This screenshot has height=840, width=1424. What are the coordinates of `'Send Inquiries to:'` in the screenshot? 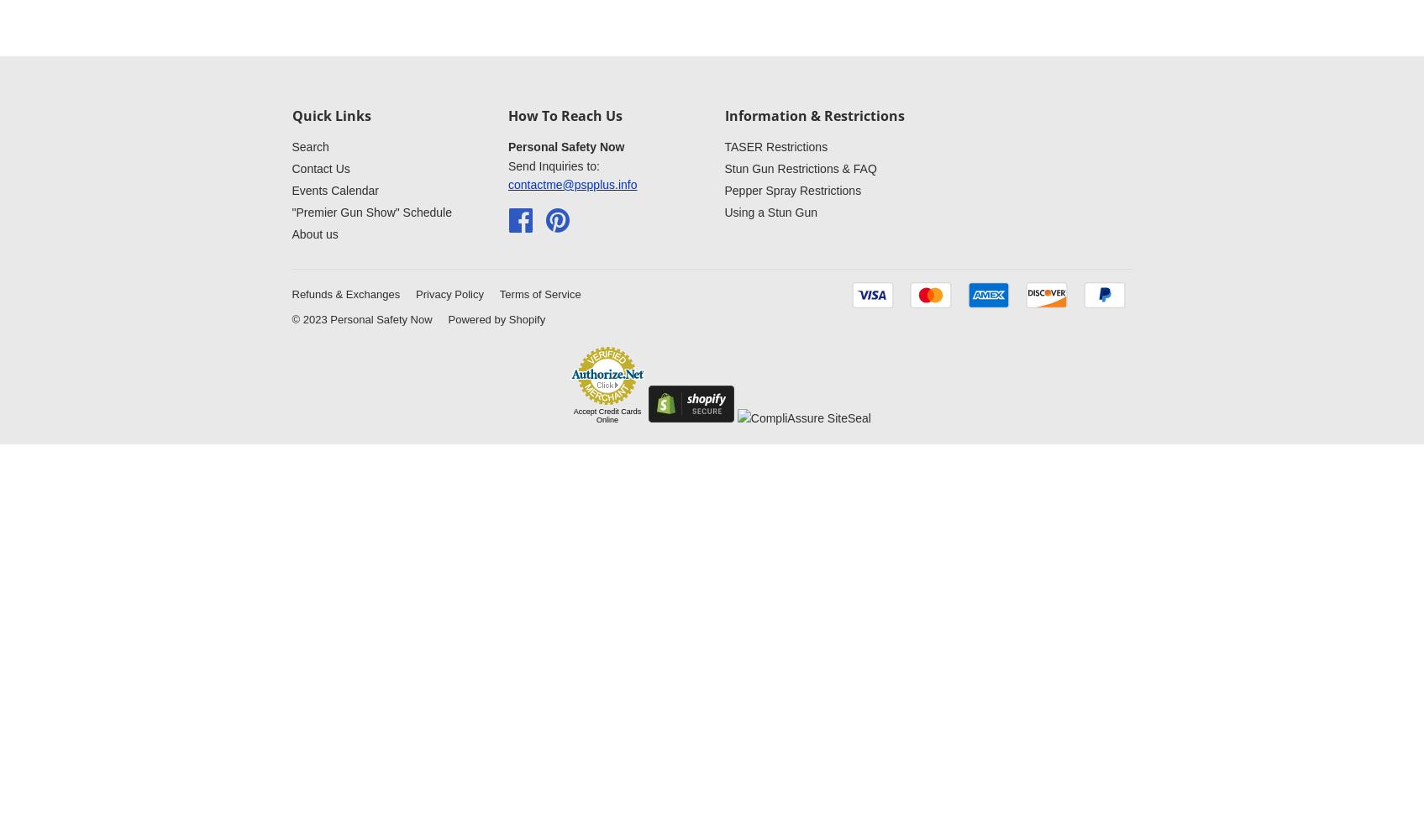 It's located at (554, 165).